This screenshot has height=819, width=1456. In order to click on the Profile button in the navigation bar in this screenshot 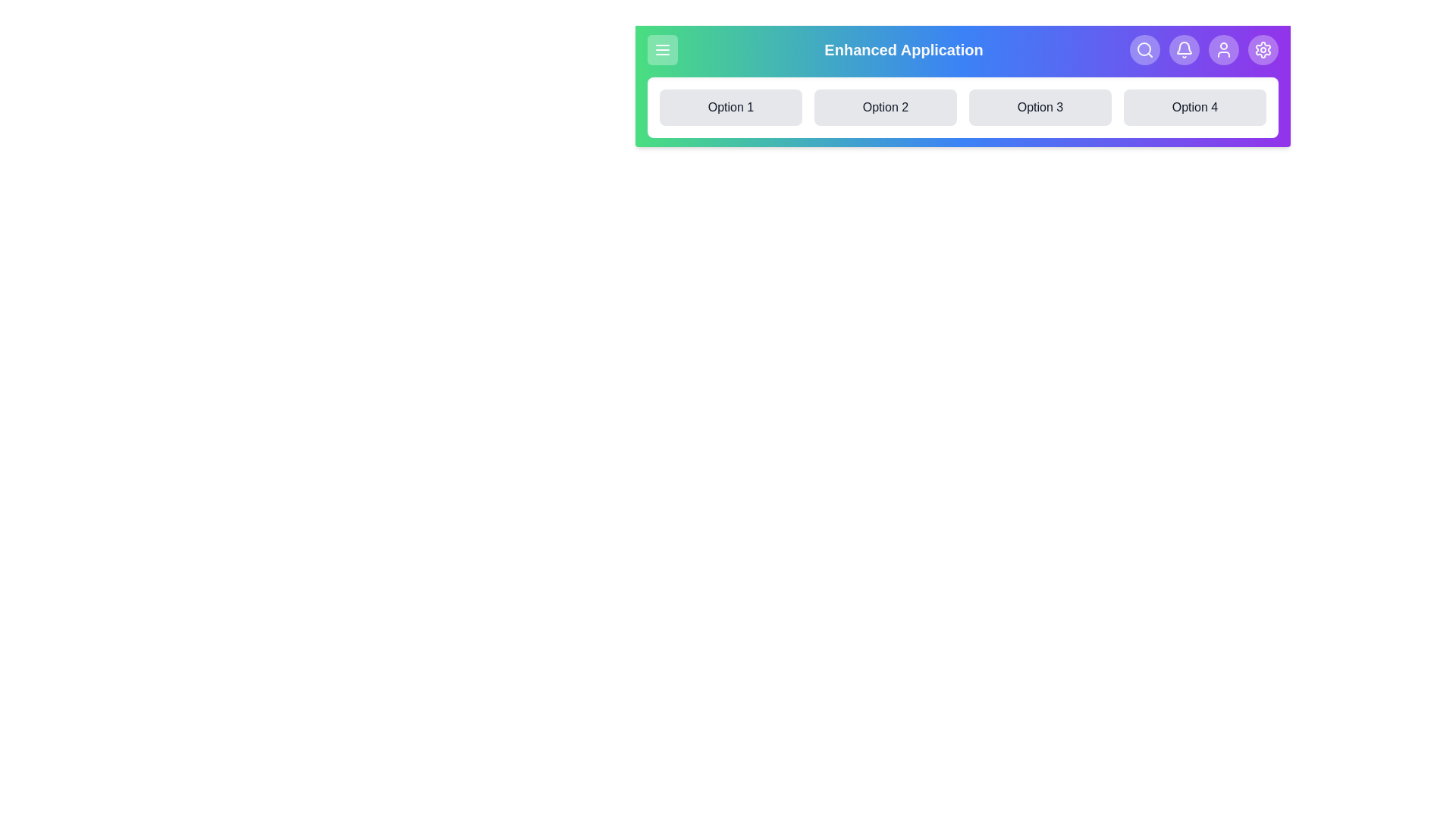, I will do `click(1223, 49)`.